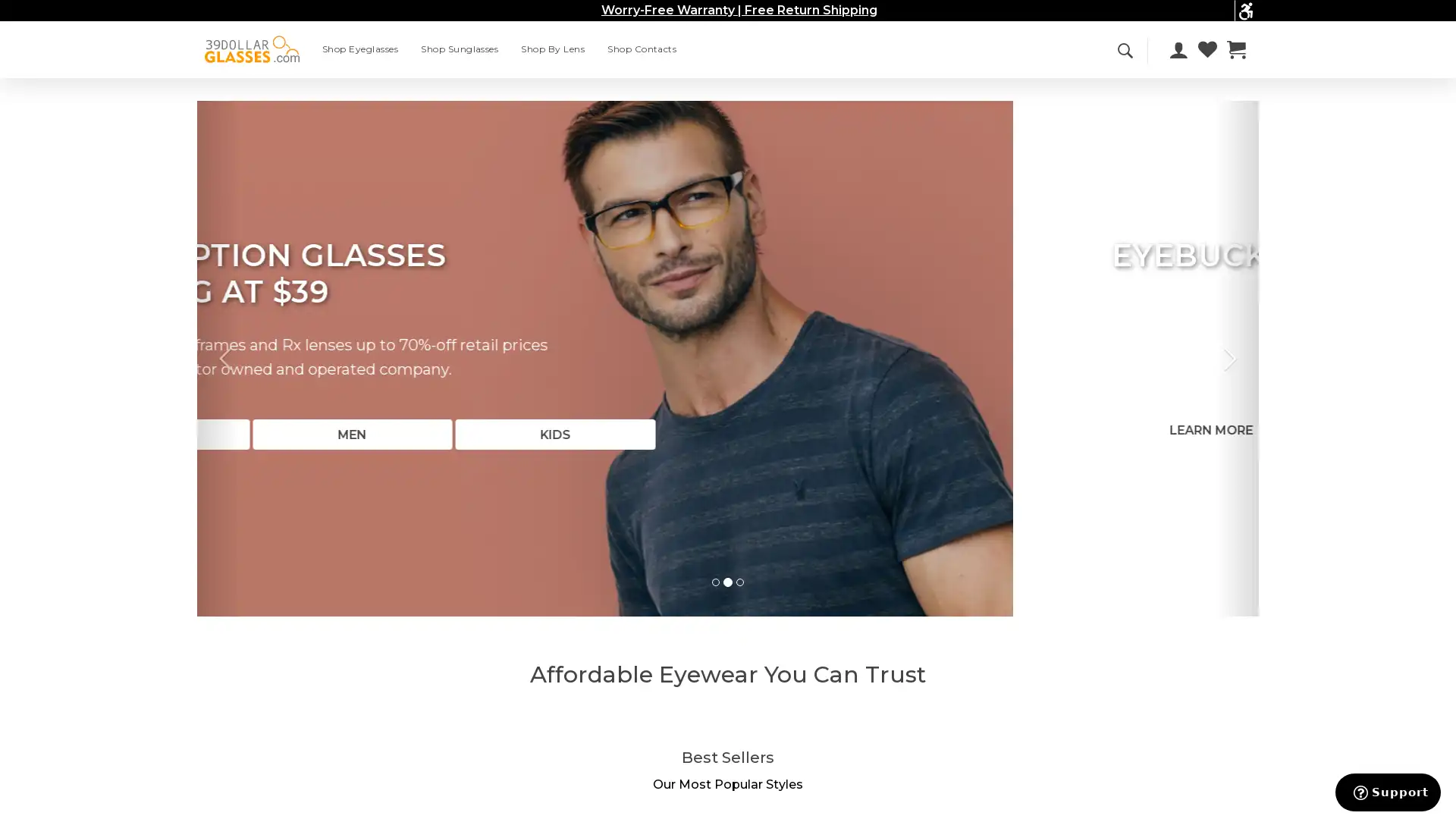 The image size is (1456, 819). What do you see at coordinates (1388, 792) in the screenshot?
I see `Support button` at bounding box center [1388, 792].